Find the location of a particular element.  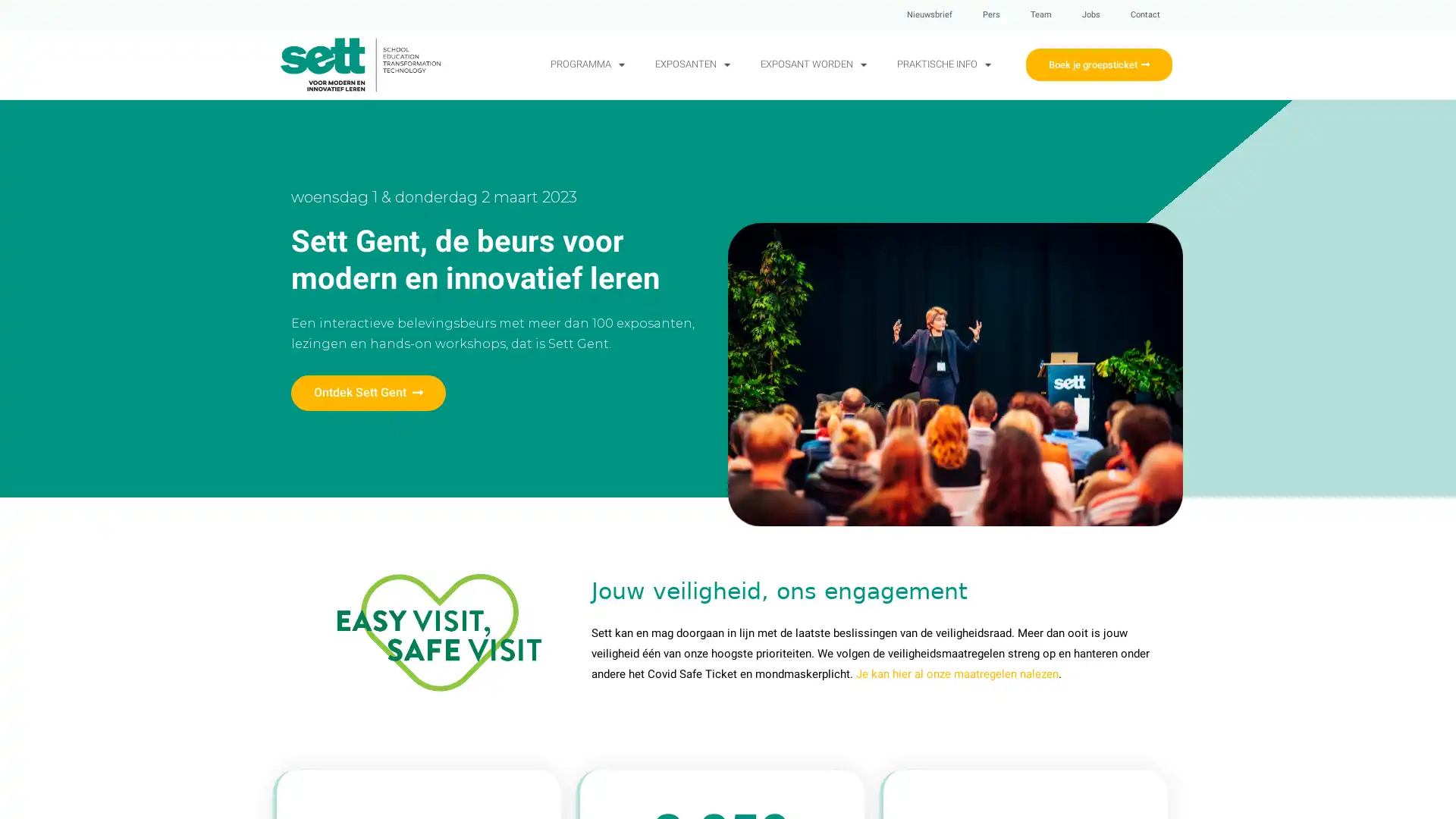

Boek je groepsticket is located at coordinates (1098, 63).